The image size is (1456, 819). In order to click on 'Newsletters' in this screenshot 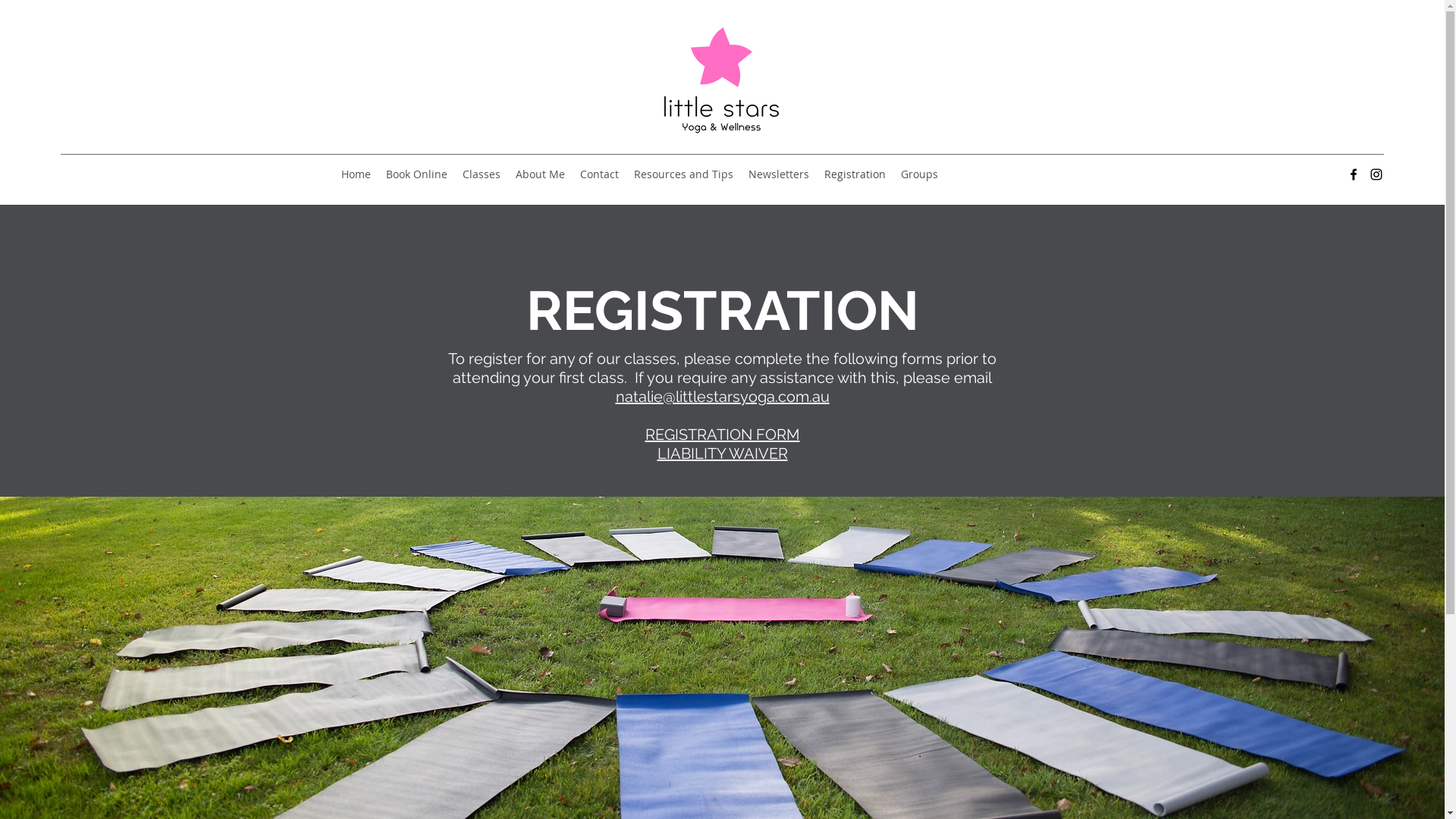, I will do `click(779, 174)`.